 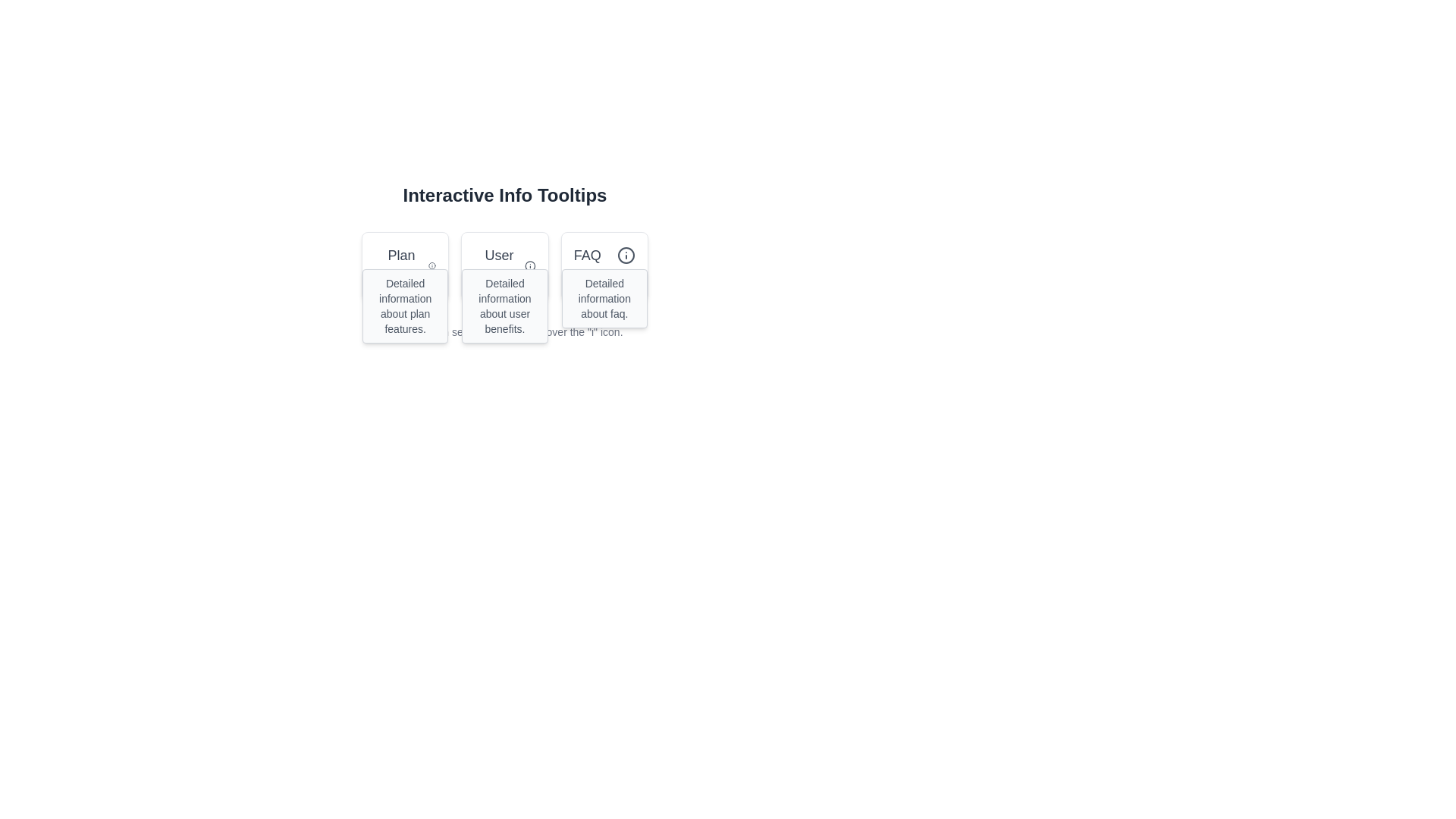 What do you see at coordinates (626, 254) in the screenshot?
I see `the circular SVG element that is part of the 'info' icon in the 'FAQ' button, which is positioned to the right of the 'User' and 'Plan' buttons` at bounding box center [626, 254].